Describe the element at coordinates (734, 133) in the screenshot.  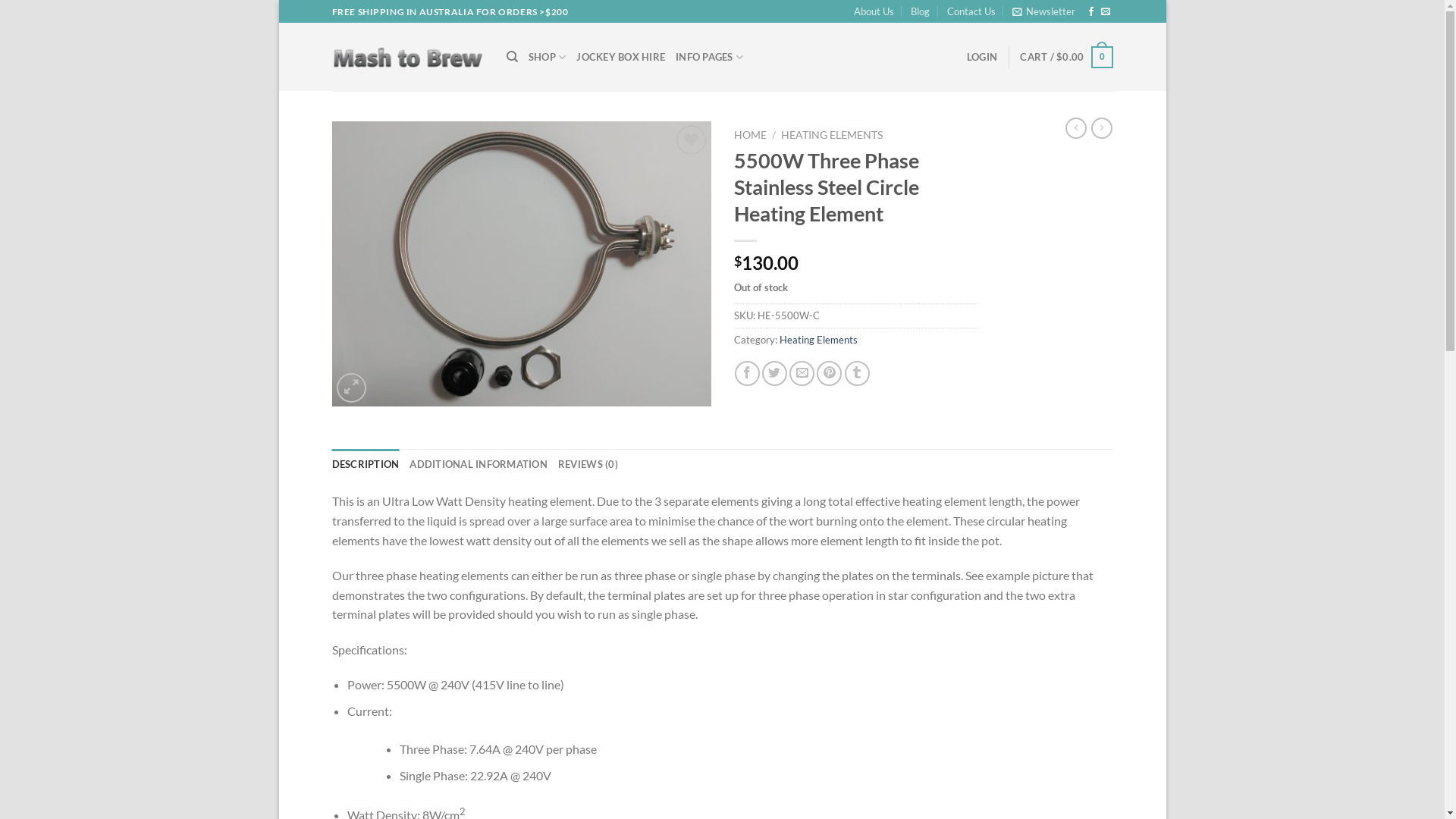
I see `'HOME'` at that location.